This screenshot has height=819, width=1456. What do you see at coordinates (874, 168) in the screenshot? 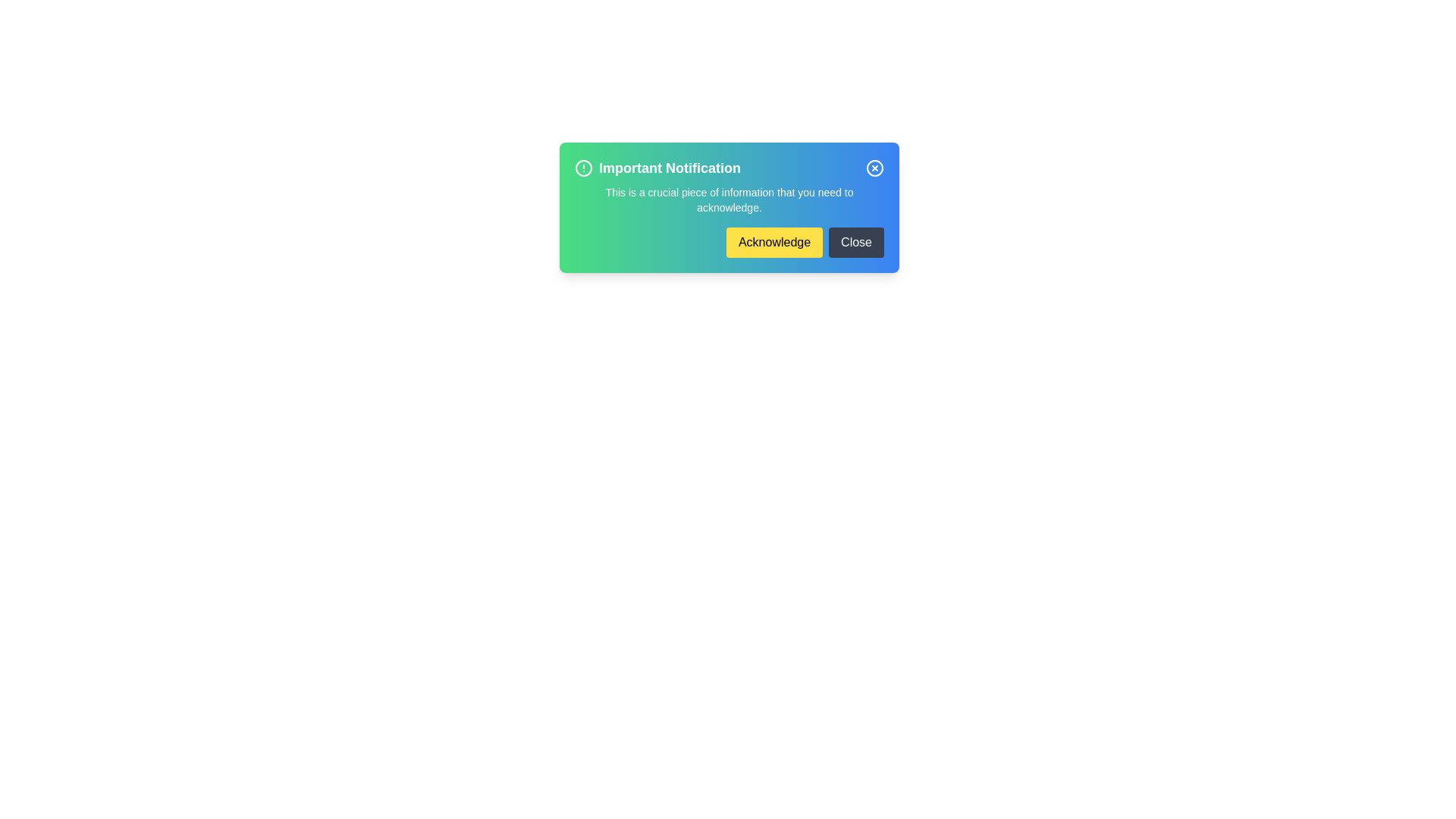
I see `the central SVG circle of the close button located at the top-right corner of the notification banner` at bounding box center [874, 168].